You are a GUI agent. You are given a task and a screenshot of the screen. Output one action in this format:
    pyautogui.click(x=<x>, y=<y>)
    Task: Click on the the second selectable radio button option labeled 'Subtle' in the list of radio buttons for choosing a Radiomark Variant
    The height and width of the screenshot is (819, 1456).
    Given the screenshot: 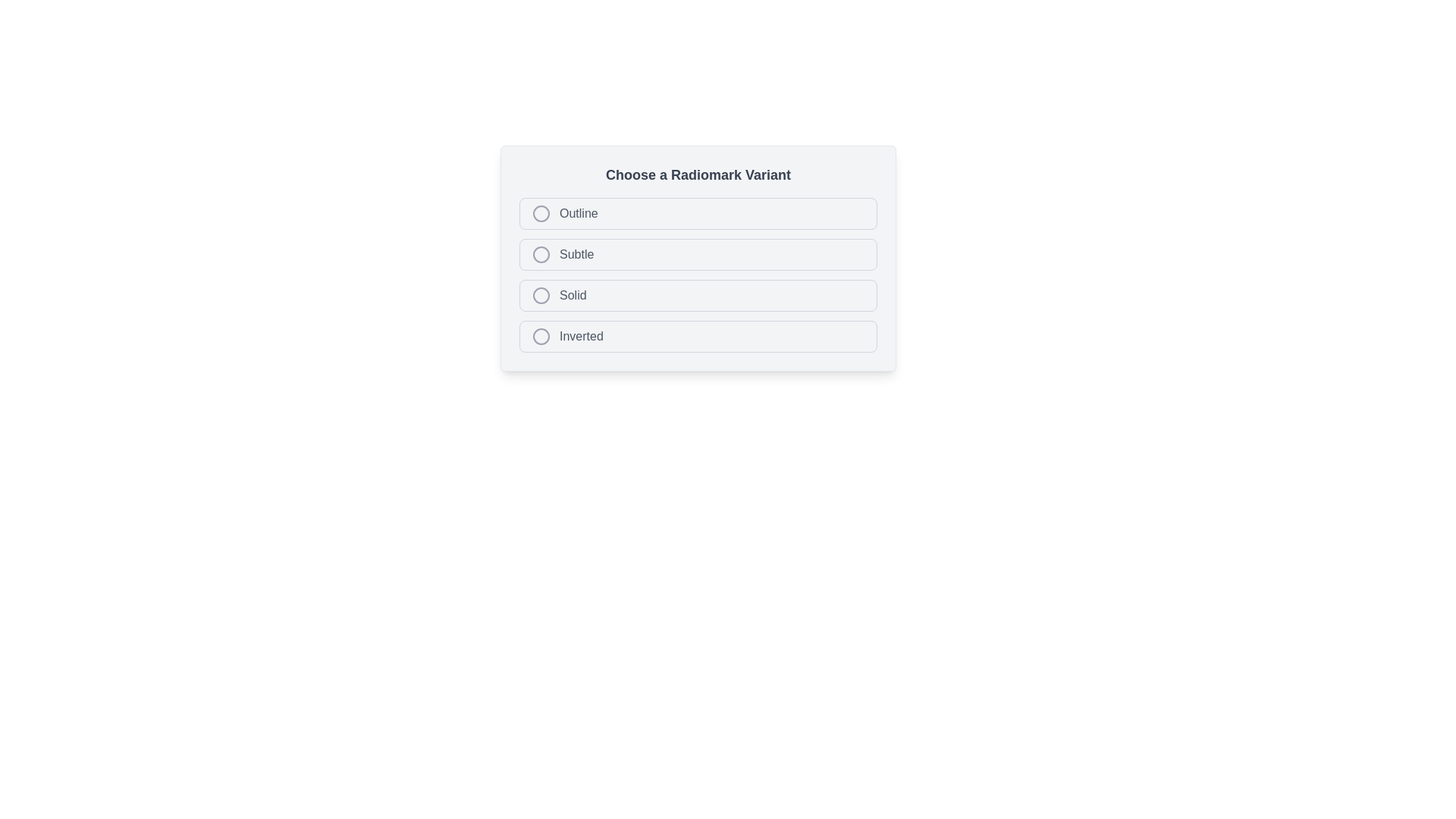 What is the action you would take?
    pyautogui.click(x=698, y=257)
    